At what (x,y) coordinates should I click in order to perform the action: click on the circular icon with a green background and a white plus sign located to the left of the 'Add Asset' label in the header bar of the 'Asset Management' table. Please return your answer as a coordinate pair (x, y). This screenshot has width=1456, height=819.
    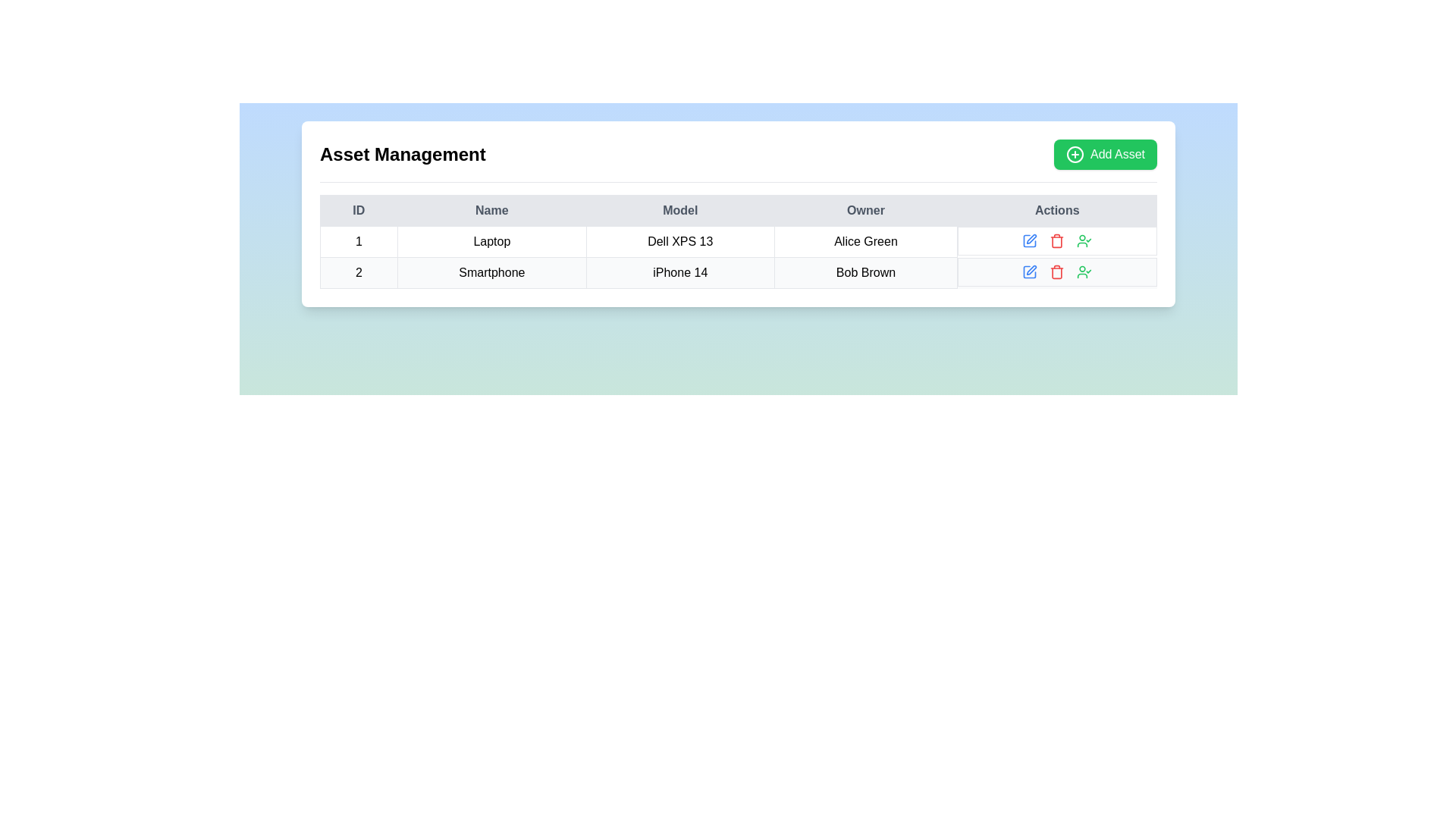
    Looking at the image, I should click on (1074, 155).